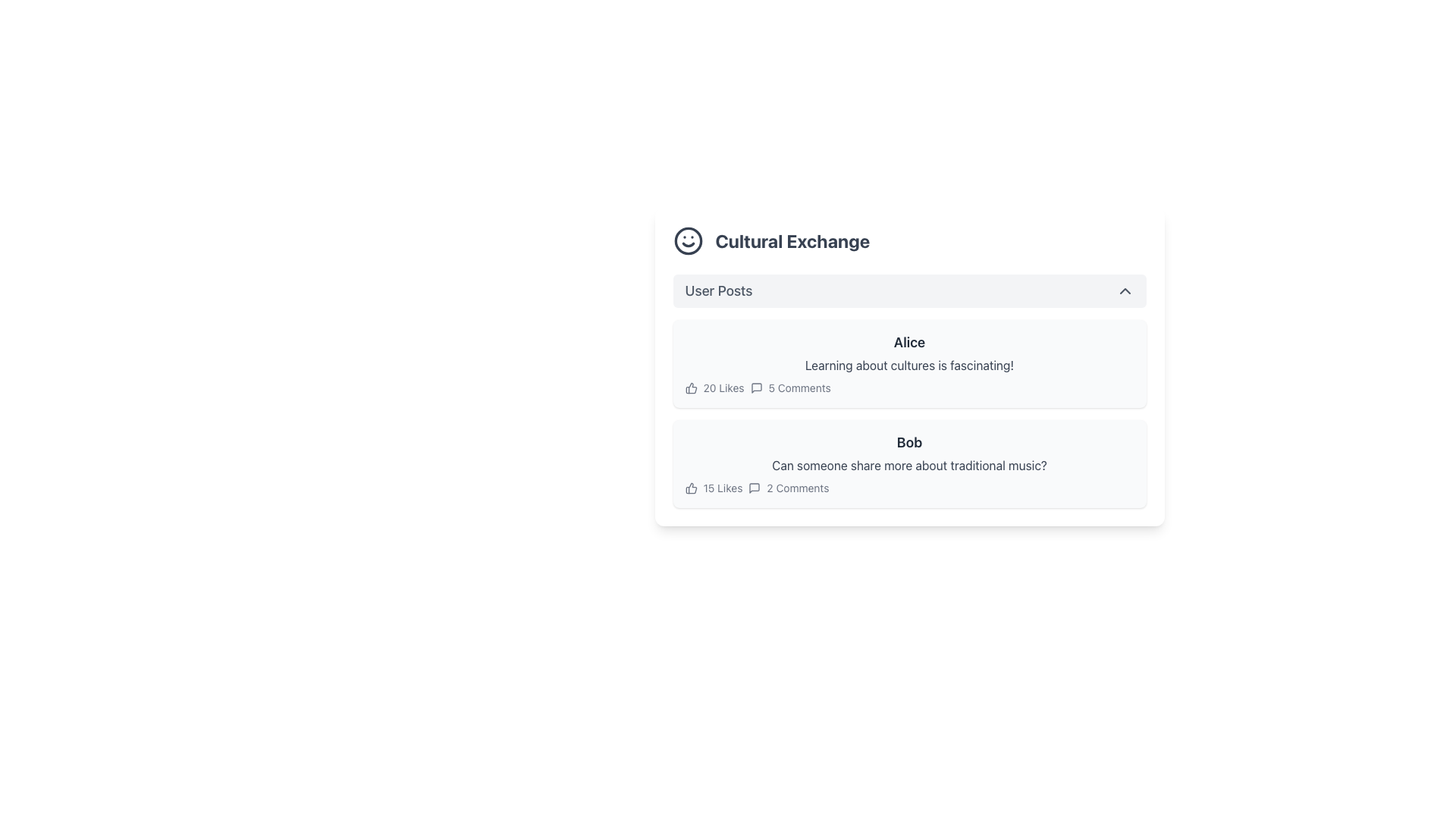  Describe the element at coordinates (690, 488) in the screenshot. I see `the thumbs-up icon representing likes, located adjacent to the '15 Likes' text in the second post of the 'Cultural Exchange' section` at that location.